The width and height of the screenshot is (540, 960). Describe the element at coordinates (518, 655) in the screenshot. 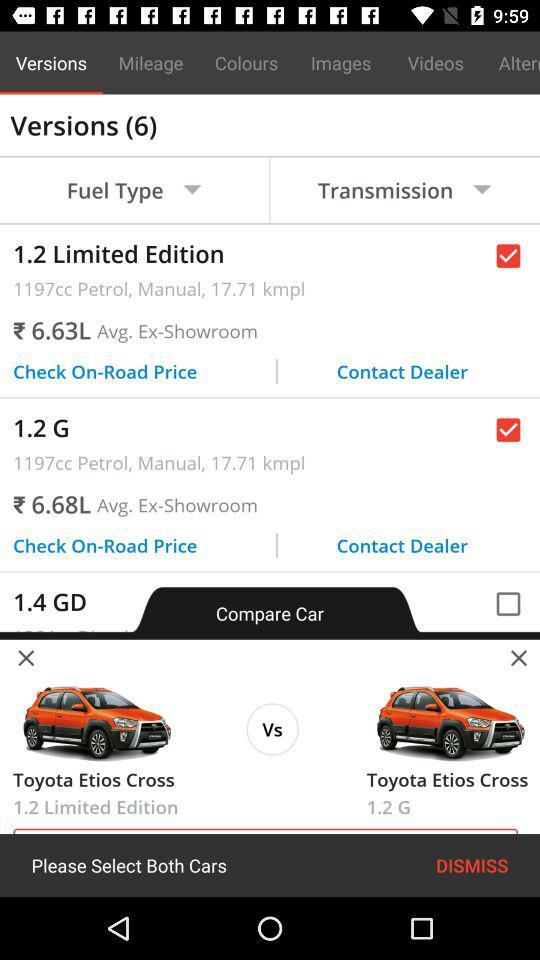

I see `the close icon` at that location.